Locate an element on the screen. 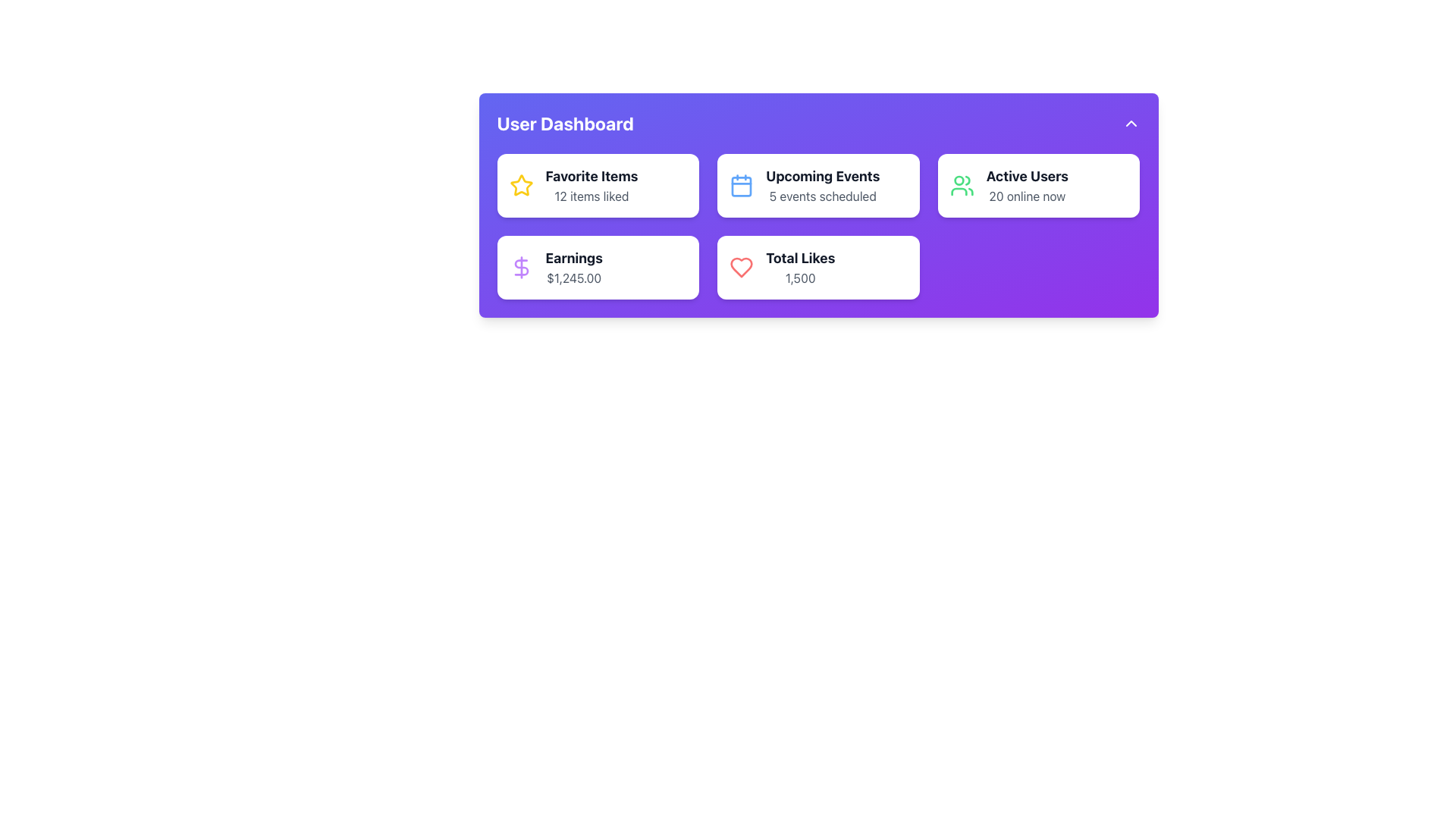 This screenshot has width=1456, height=819. the non-interactive informational label displaying the number of items marked as favorites, located below 'Favorite Items' in the top-left block of the dashboard interface is located at coordinates (591, 195).